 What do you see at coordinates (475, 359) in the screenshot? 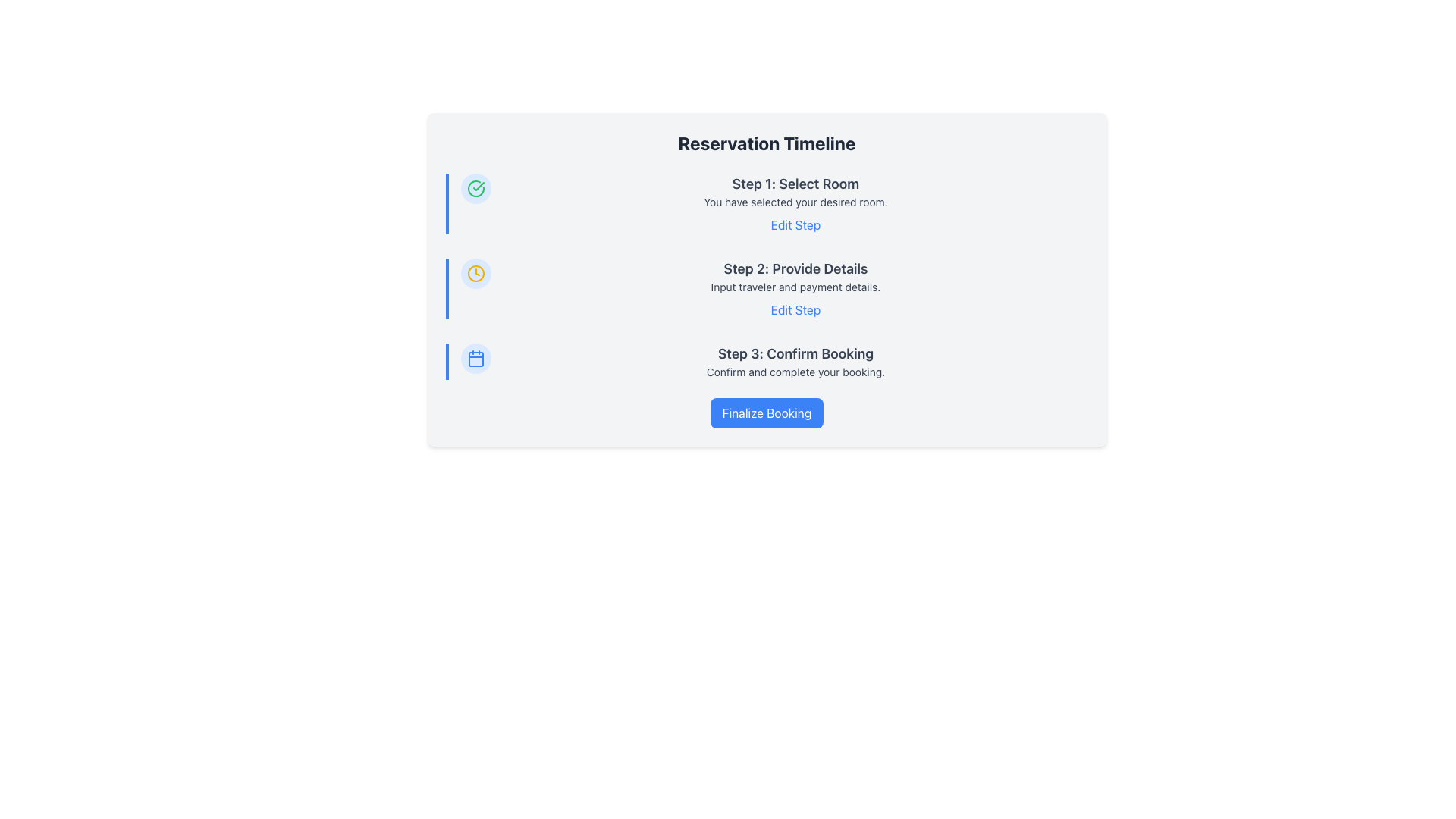
I see `the background rectangle of the calendar icon, which is the third icon in the series located beneath the checkmark and clock icons on the left-hand side of the reservation timeline` at bounding box center [475, 359].